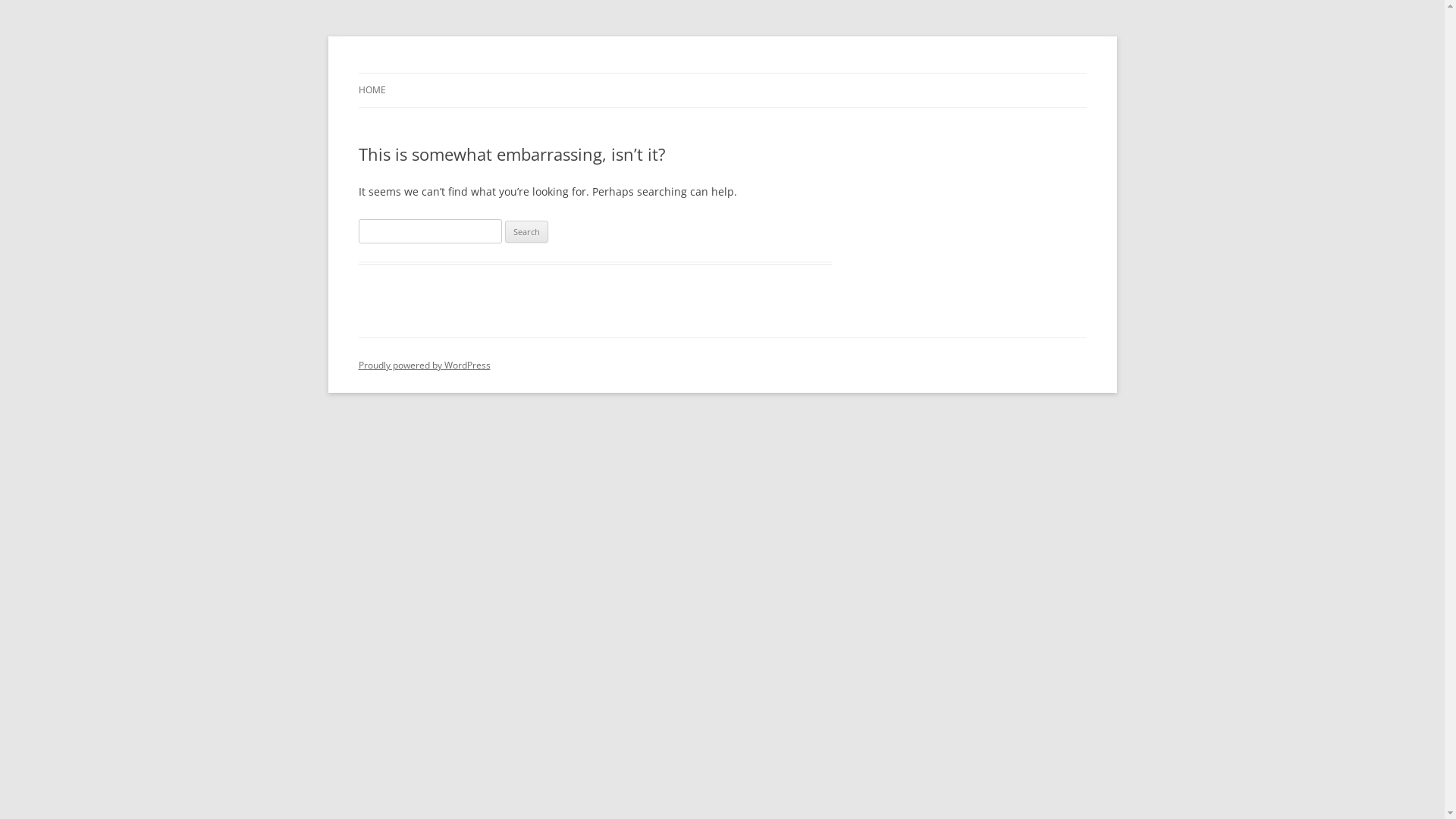 The height and width of the screenshot is (819, 1456). What do you see at coordinates (371, 90) in the screenshot?
I see `'HOME'` at bounding box center [371, 90].